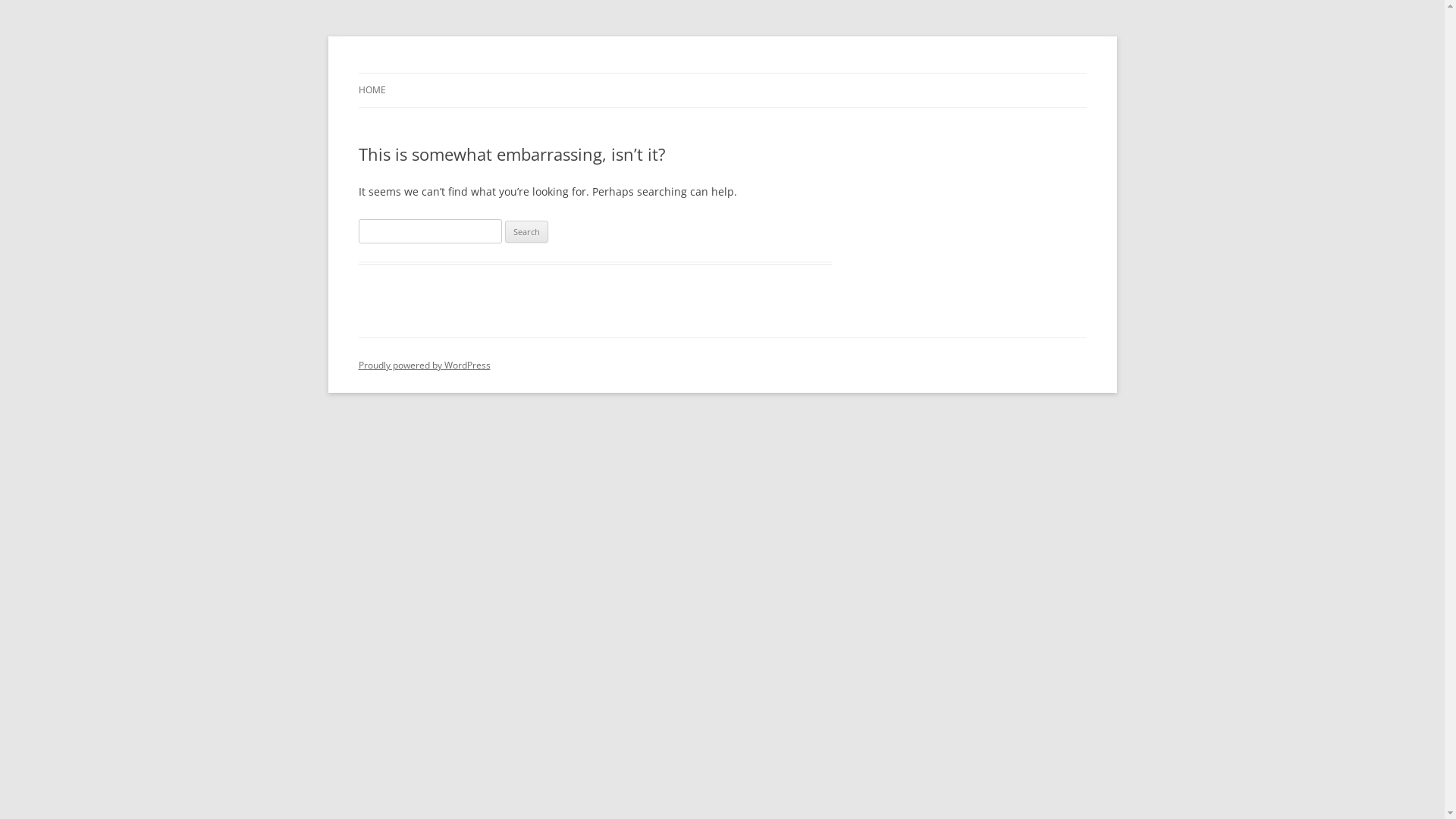 The height and width of the screenshot is (819, 1456). What do you see at coordinates (371, 90) in the screenshot?
I see `'HOME'` at bounding box center [371, 90].